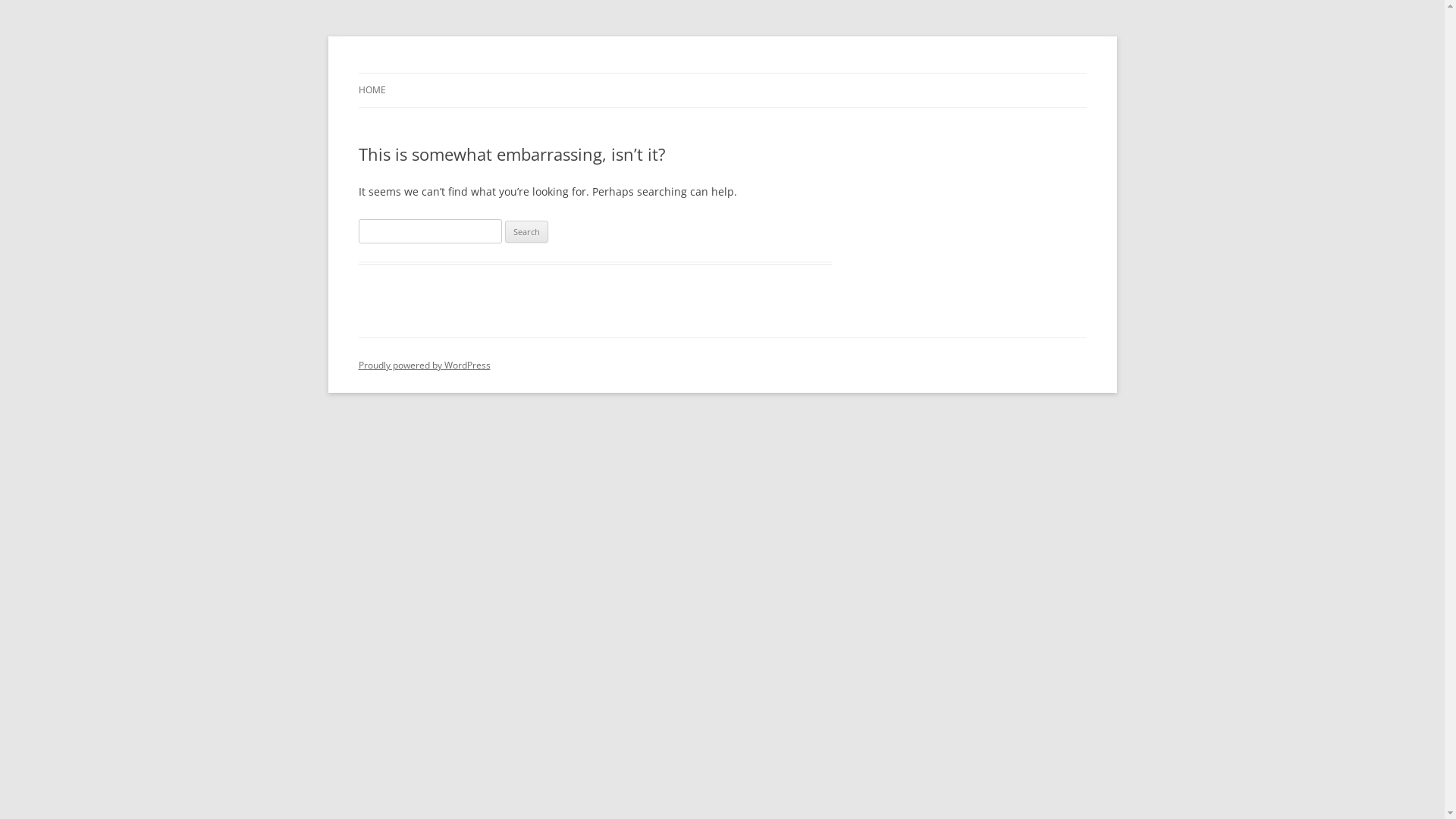 The height and width of the screenshot is (819, 1456). What do you see at coordinates (371, 90) in the screenshot?
I see `'HOME'` at bounding box center [371, 90].